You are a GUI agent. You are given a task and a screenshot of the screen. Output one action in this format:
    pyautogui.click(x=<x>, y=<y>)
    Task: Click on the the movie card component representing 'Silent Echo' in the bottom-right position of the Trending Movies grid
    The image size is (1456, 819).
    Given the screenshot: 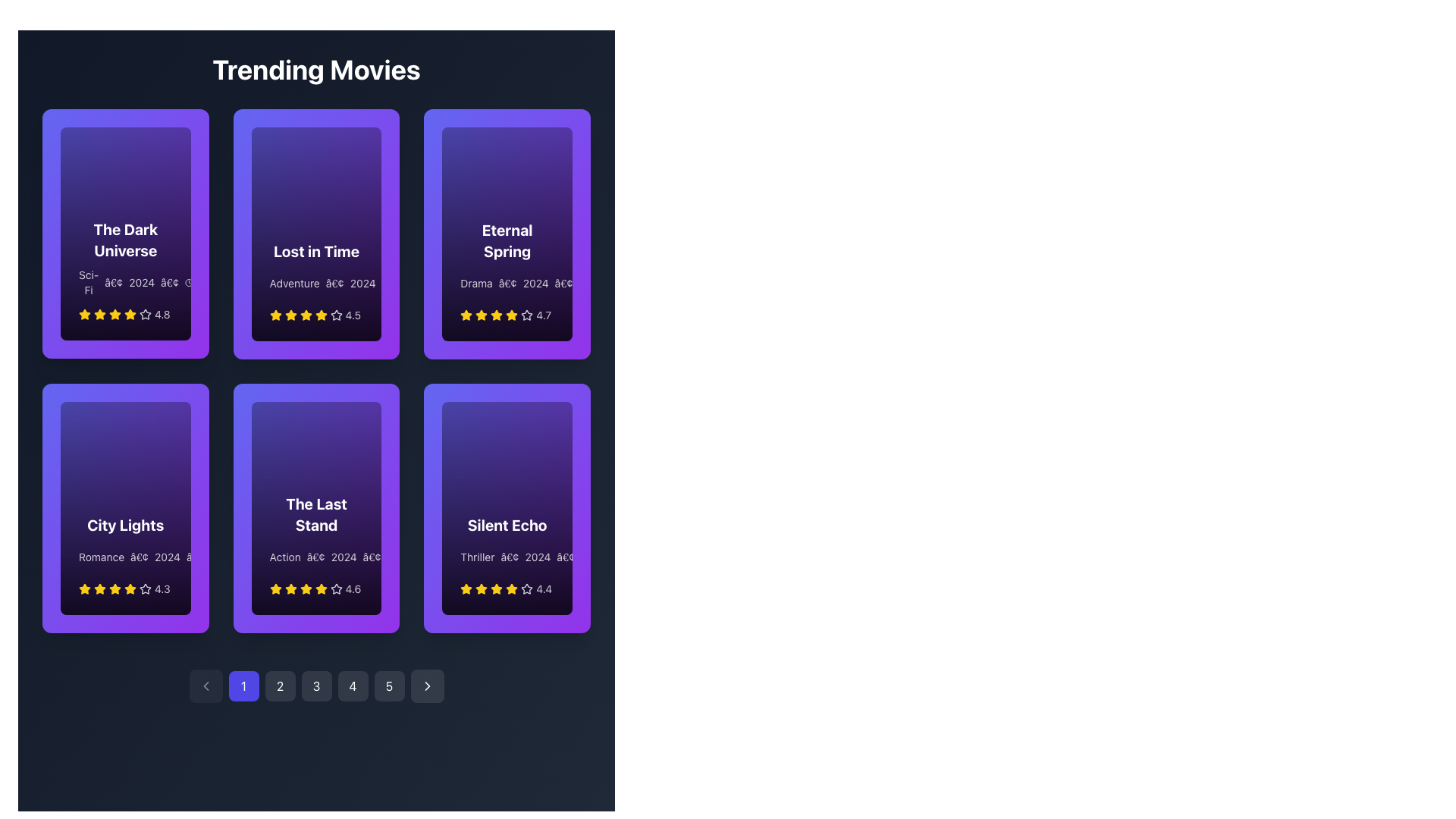 What is the action you would take?
    pyautogui.click(x=507, y=508)
    